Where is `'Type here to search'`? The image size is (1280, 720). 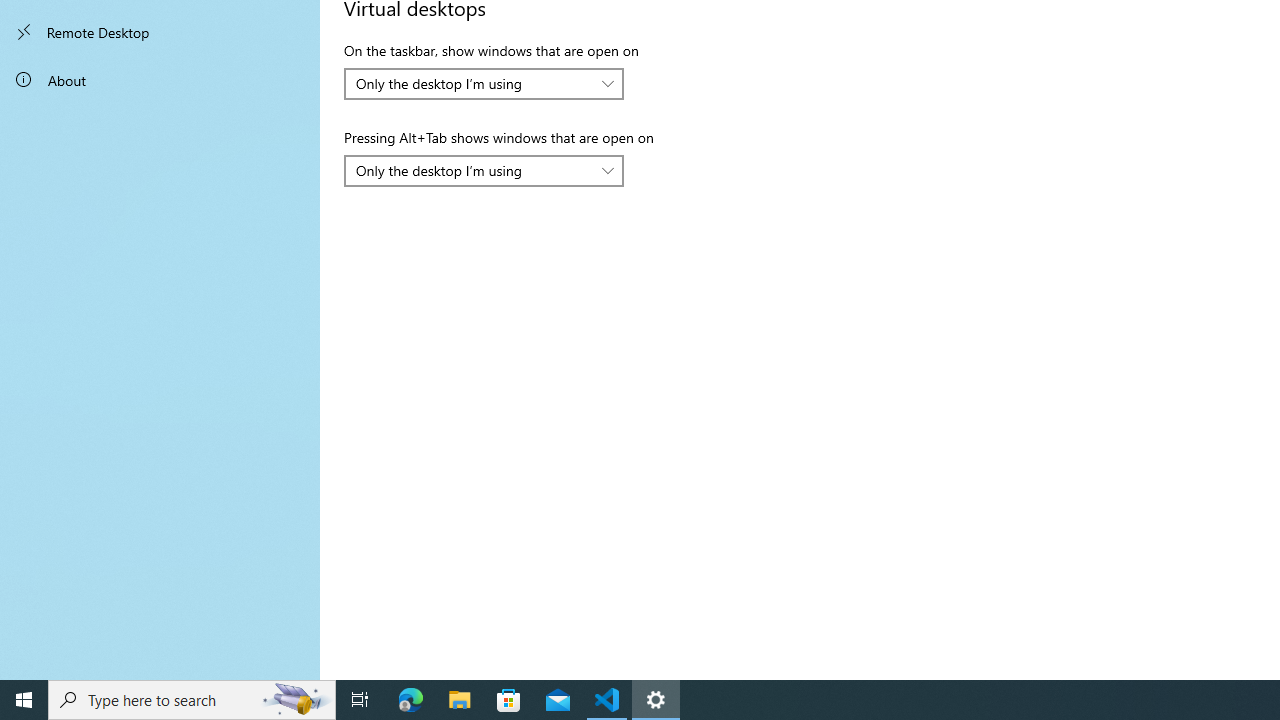
'Type here to search' is located at coordinates (192, 698).